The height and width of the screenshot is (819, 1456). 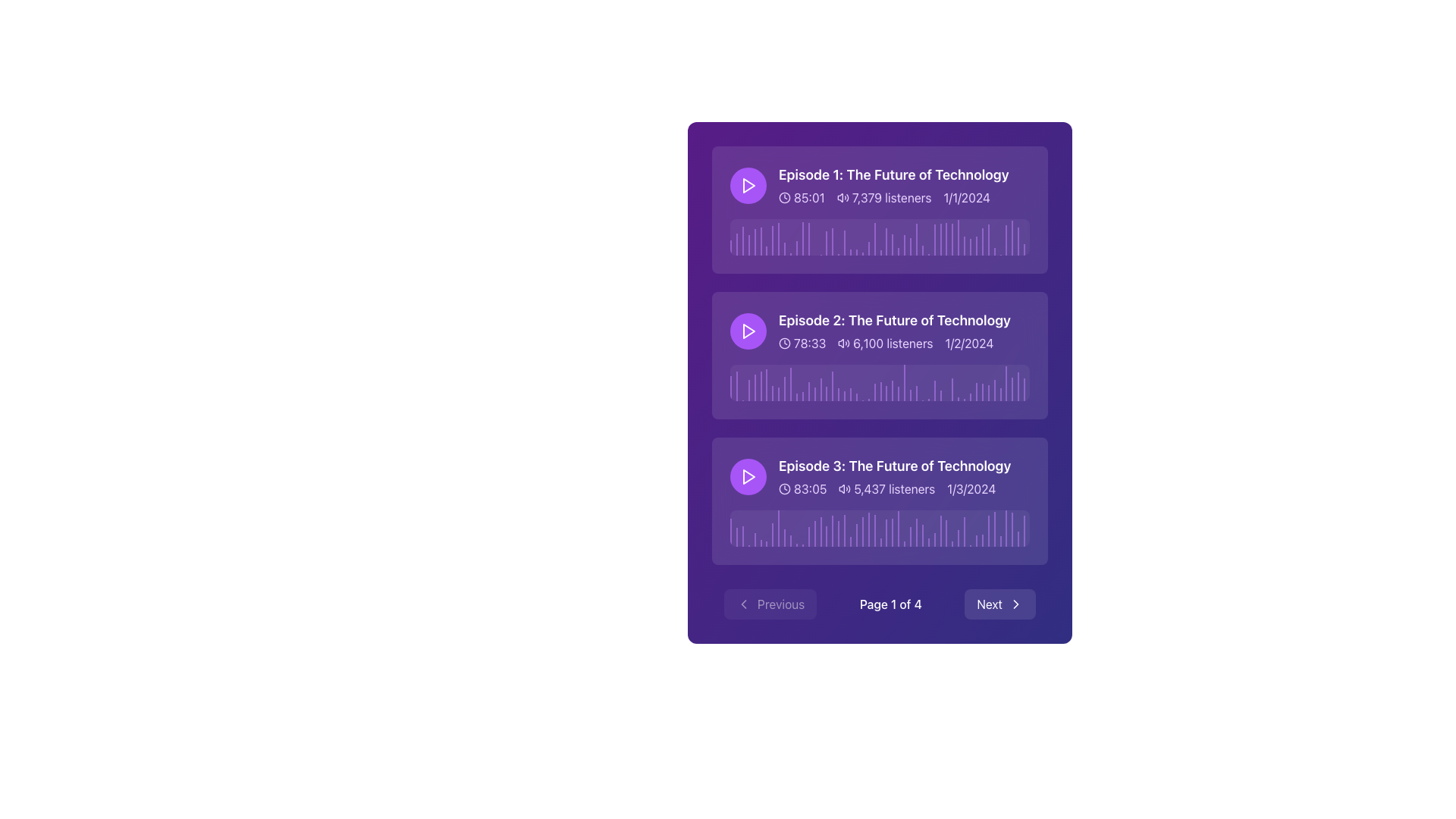 What do you see at coordinates (761, 240) in the screenshot?
I see `the vertical purple bar decorative visual indicator located in the waveform display of the first list item in the audio episodes panel` at bounding box center [761, 240].